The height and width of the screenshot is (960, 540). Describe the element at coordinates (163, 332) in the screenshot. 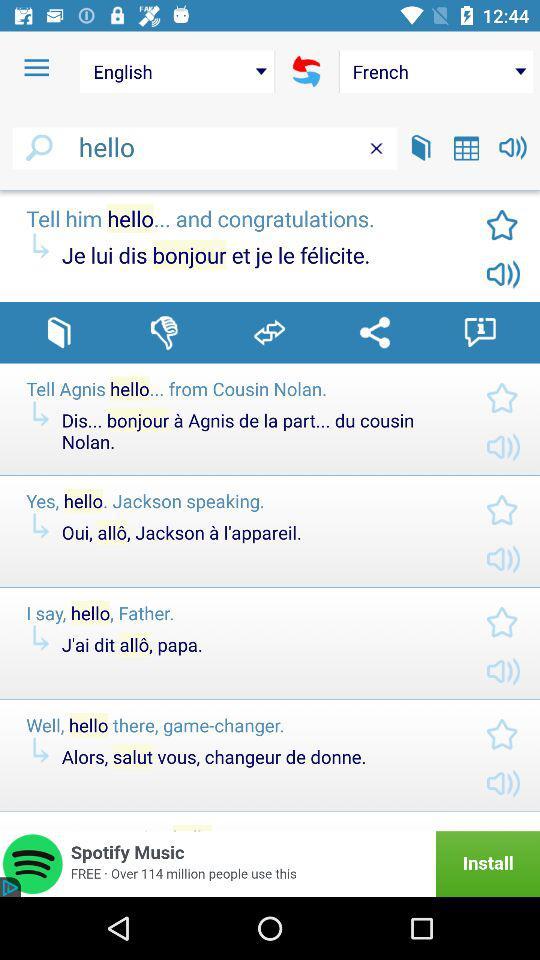

I see `dislike selection` at that location.